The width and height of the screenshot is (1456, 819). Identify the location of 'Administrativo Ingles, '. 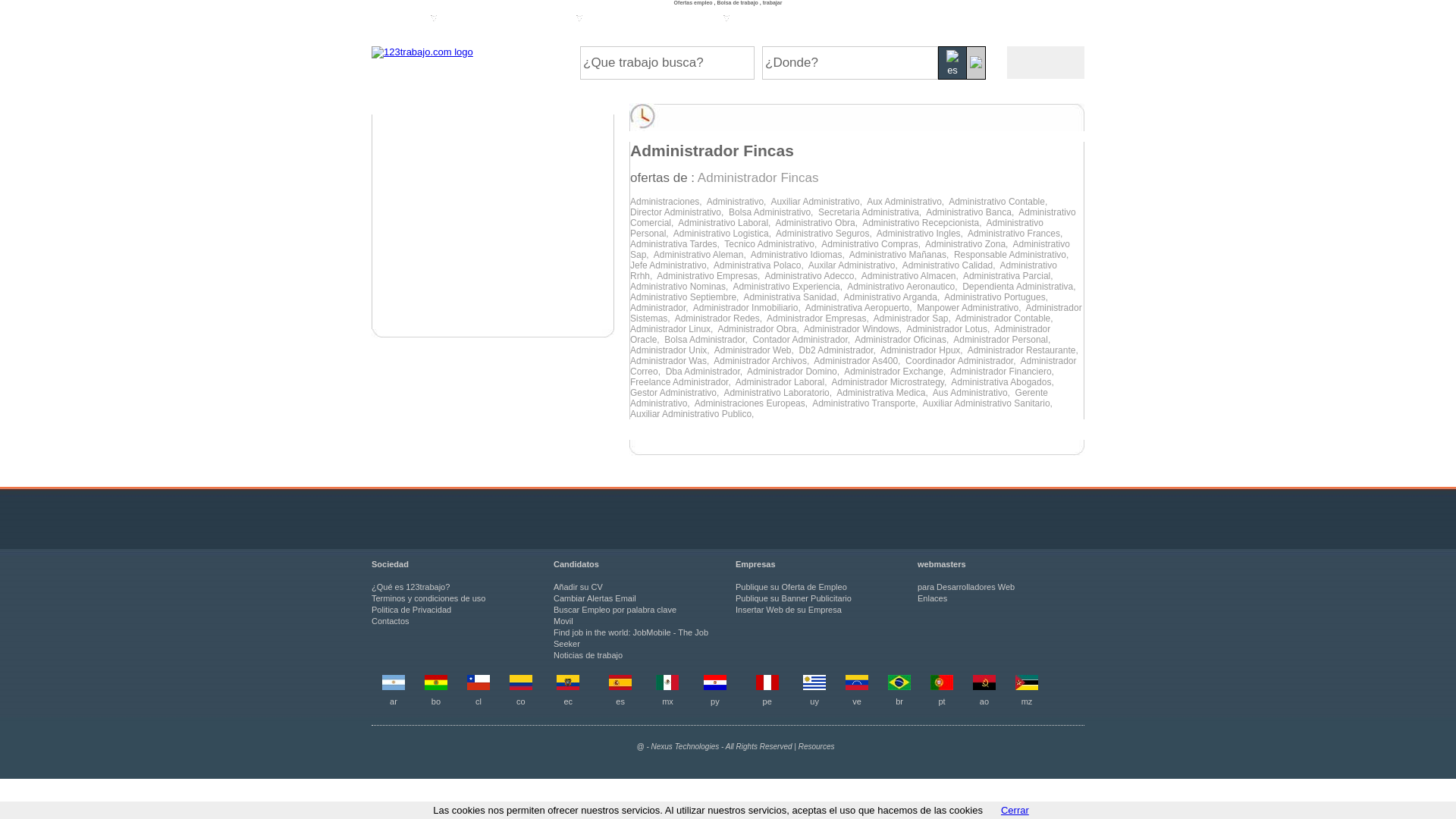
(921, 234).